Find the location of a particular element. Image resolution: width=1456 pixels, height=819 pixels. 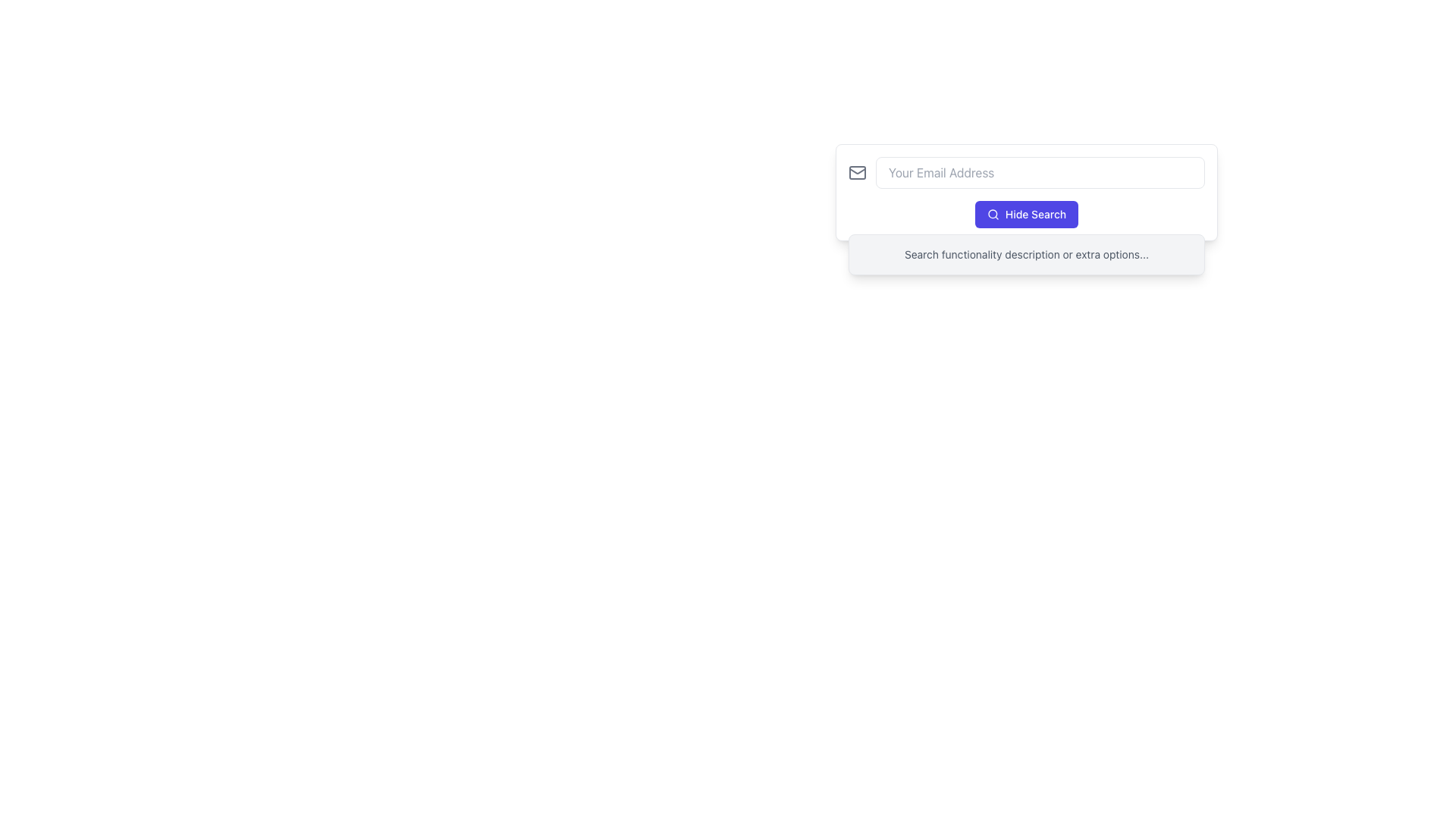

the informational tooltip or contextual hint box located directly below the 'Hide Search' button, which provides guidance related to the search functionality is located at coordinates (1026, 253).